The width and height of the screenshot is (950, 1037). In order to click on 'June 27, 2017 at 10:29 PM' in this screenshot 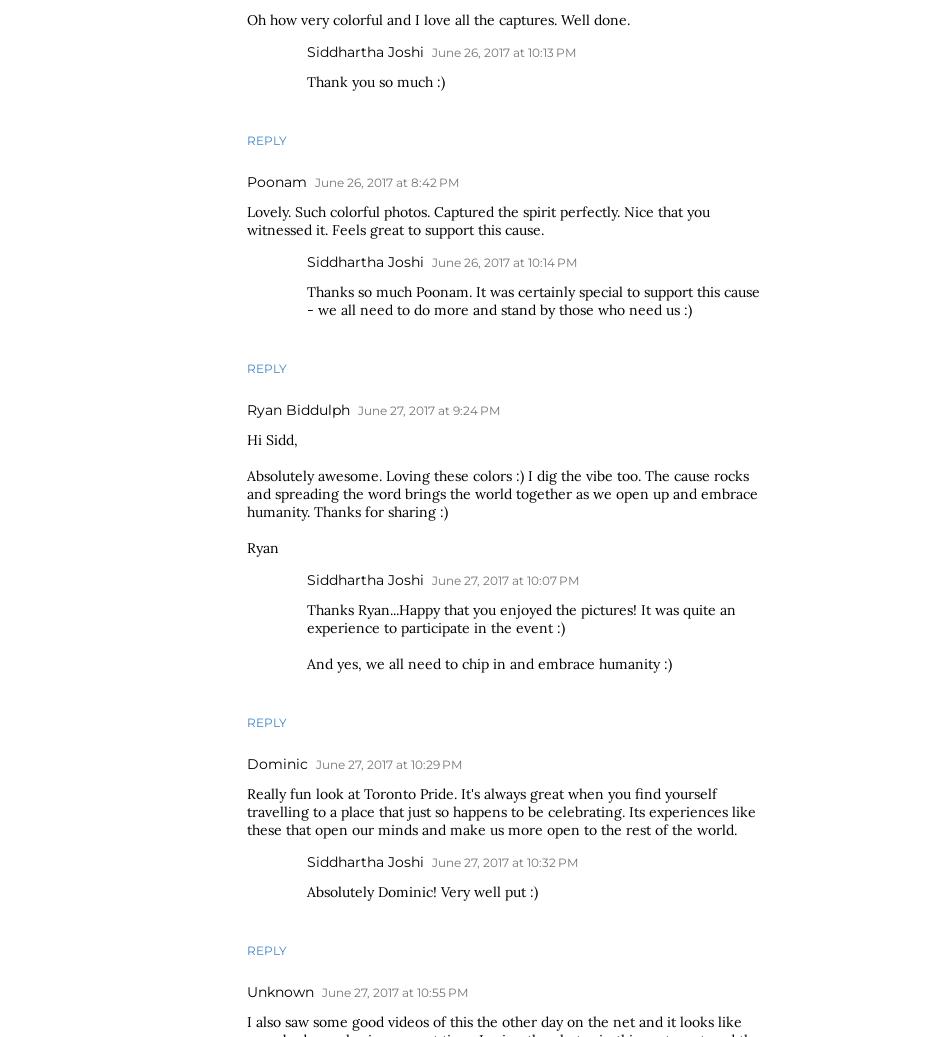, I will do `click(314, 764)`.